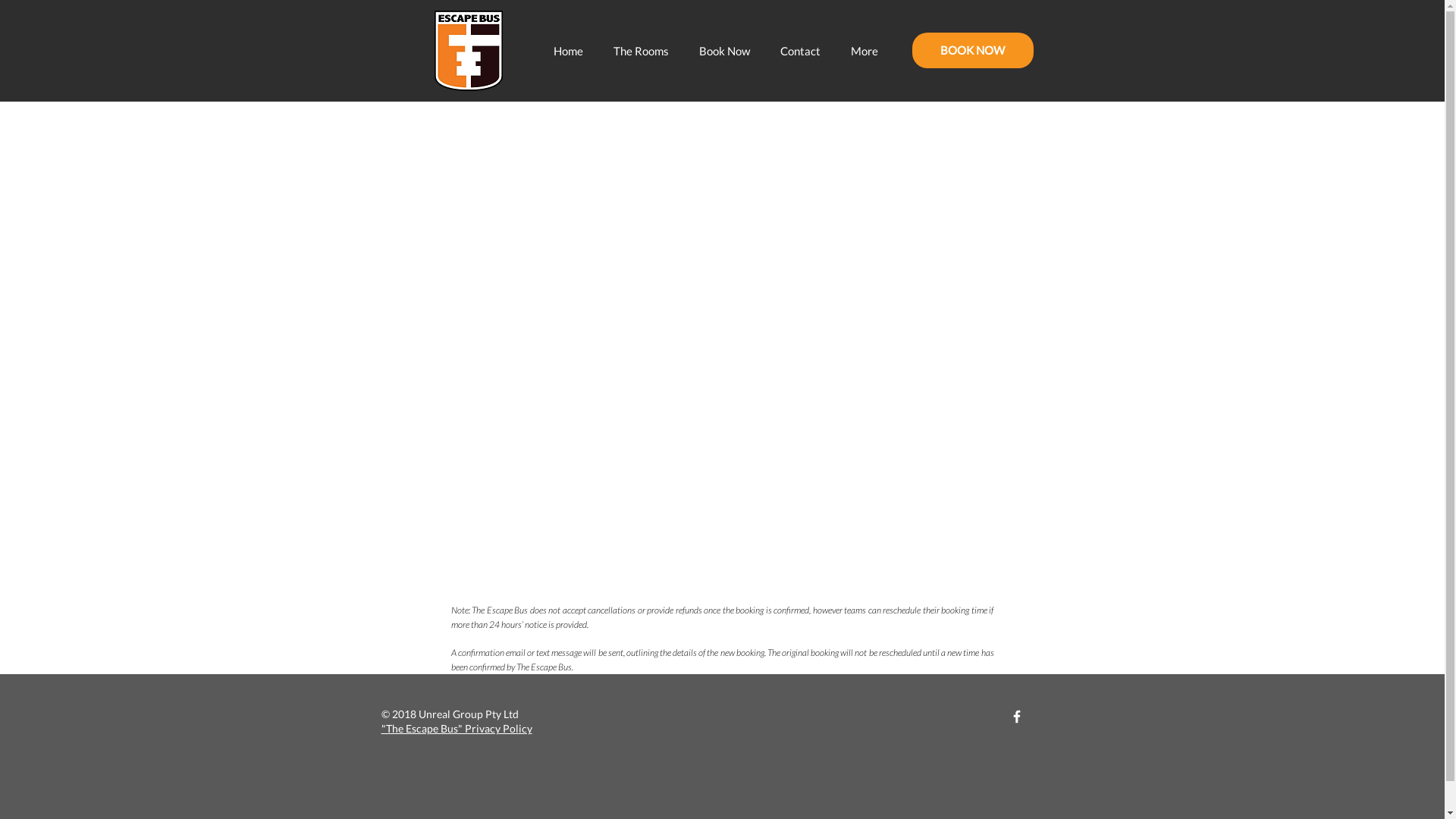 The width and height of the screenshot is (1456, 819). What do you see at coordinates (723, 49) in the screenshot?
I see `'Book Now'` at bounding box center [723, 49].